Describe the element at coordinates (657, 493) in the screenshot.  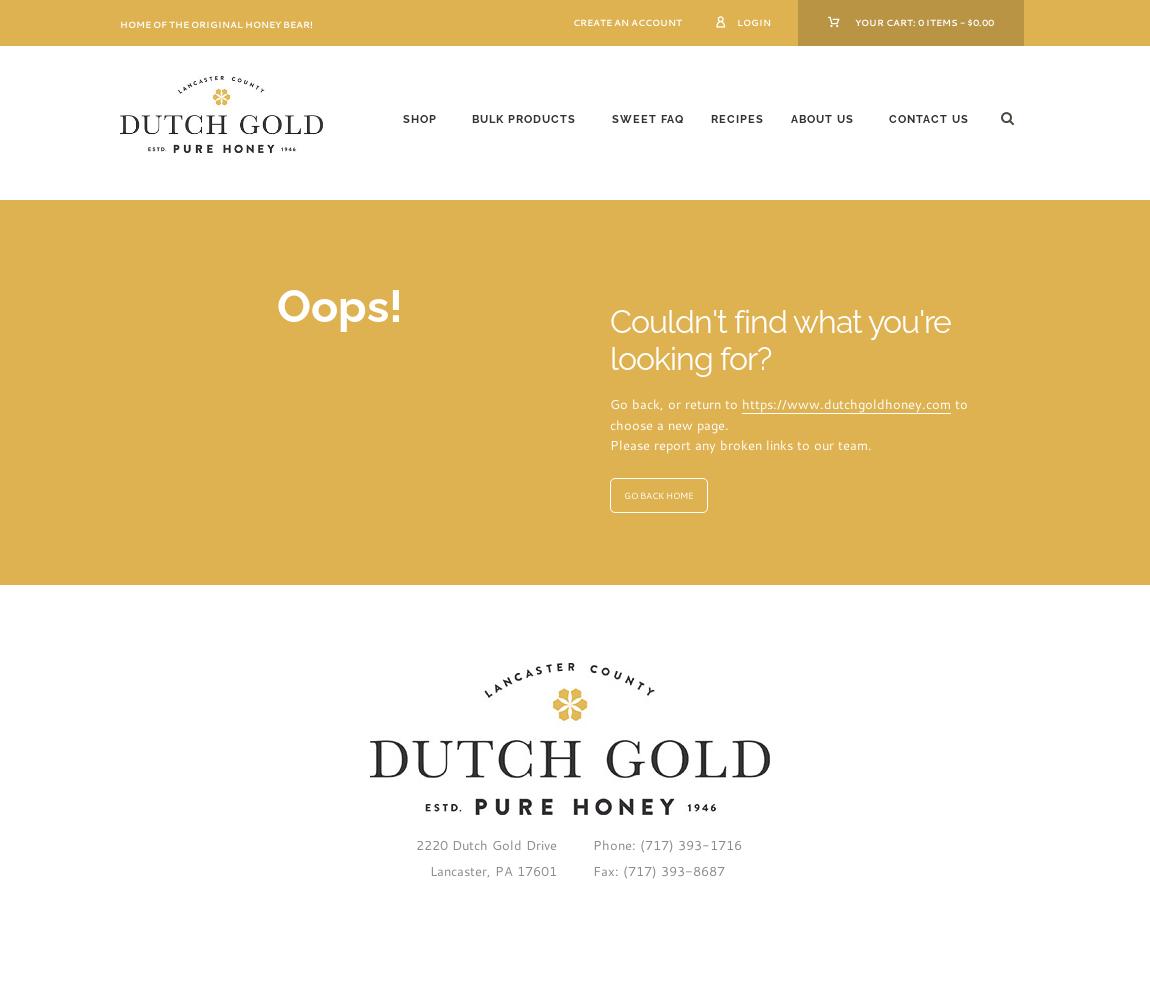
I see `'GO BACK HOME'` at that location.